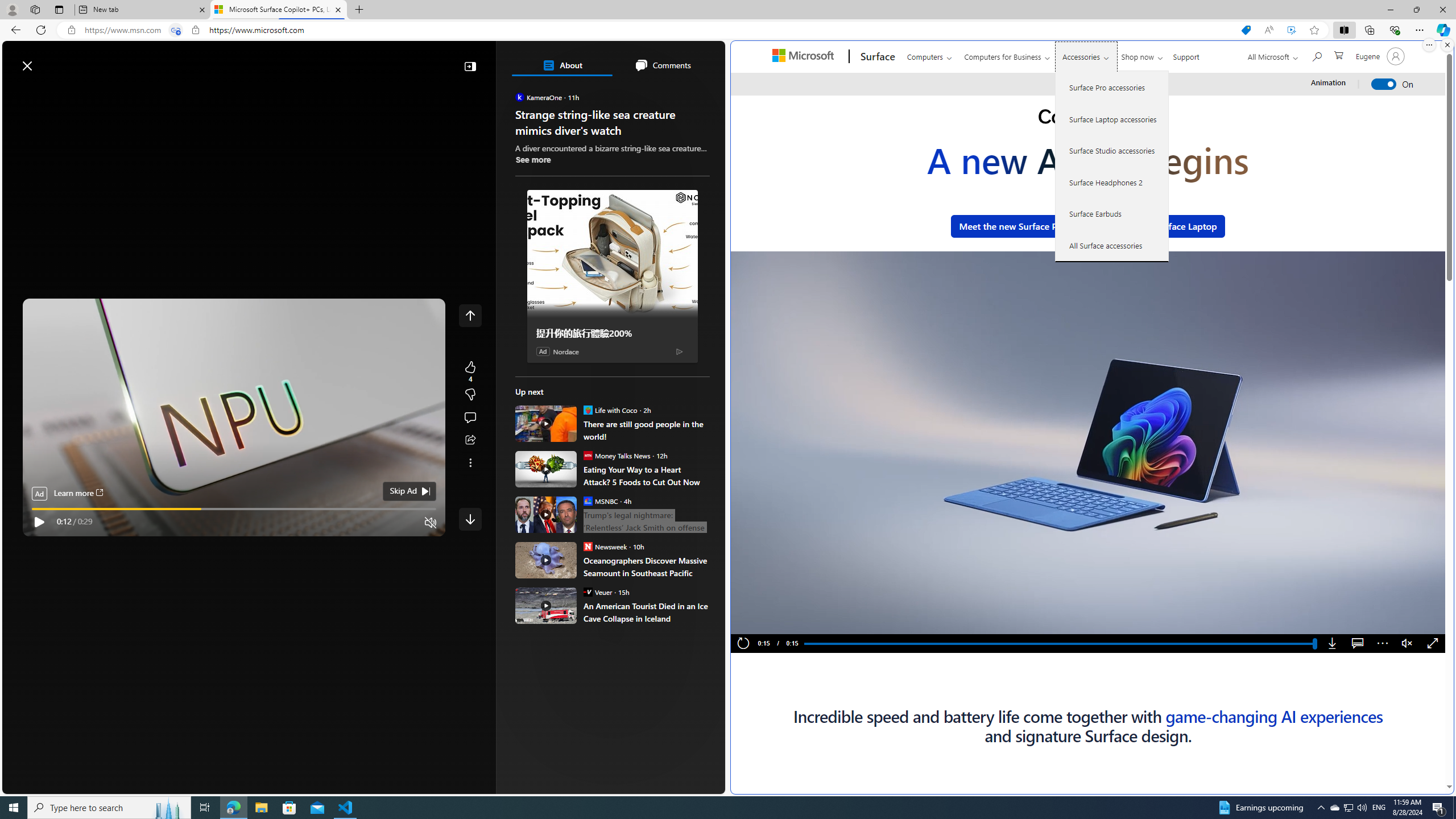 This screenshot has width=1456, height=819. I want to click on 'Surface', so click(876, 56).